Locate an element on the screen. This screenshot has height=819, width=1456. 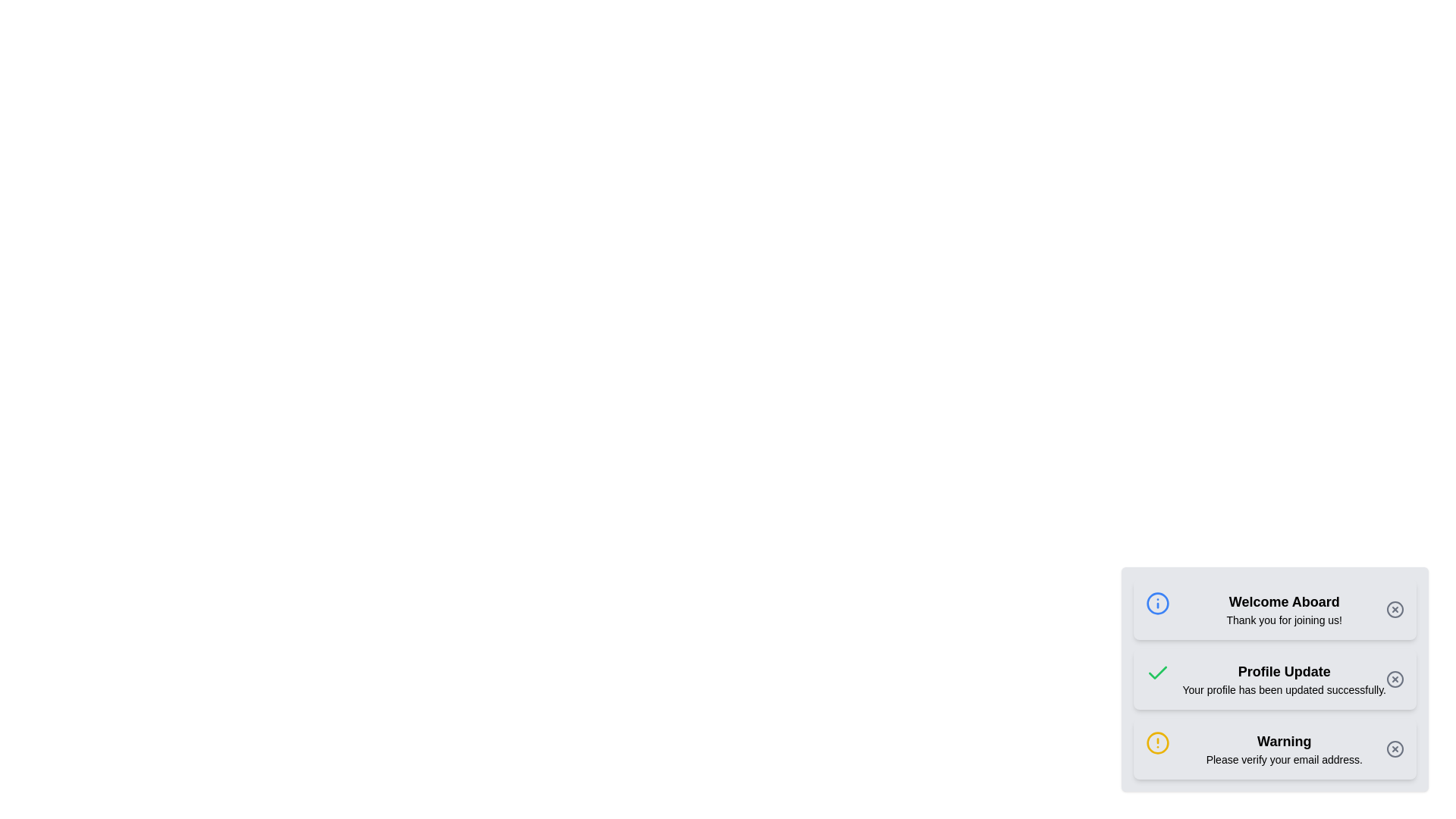
the green check mark icon associated with the 'Profile Update' notification is located at coordinates (1157, 672).